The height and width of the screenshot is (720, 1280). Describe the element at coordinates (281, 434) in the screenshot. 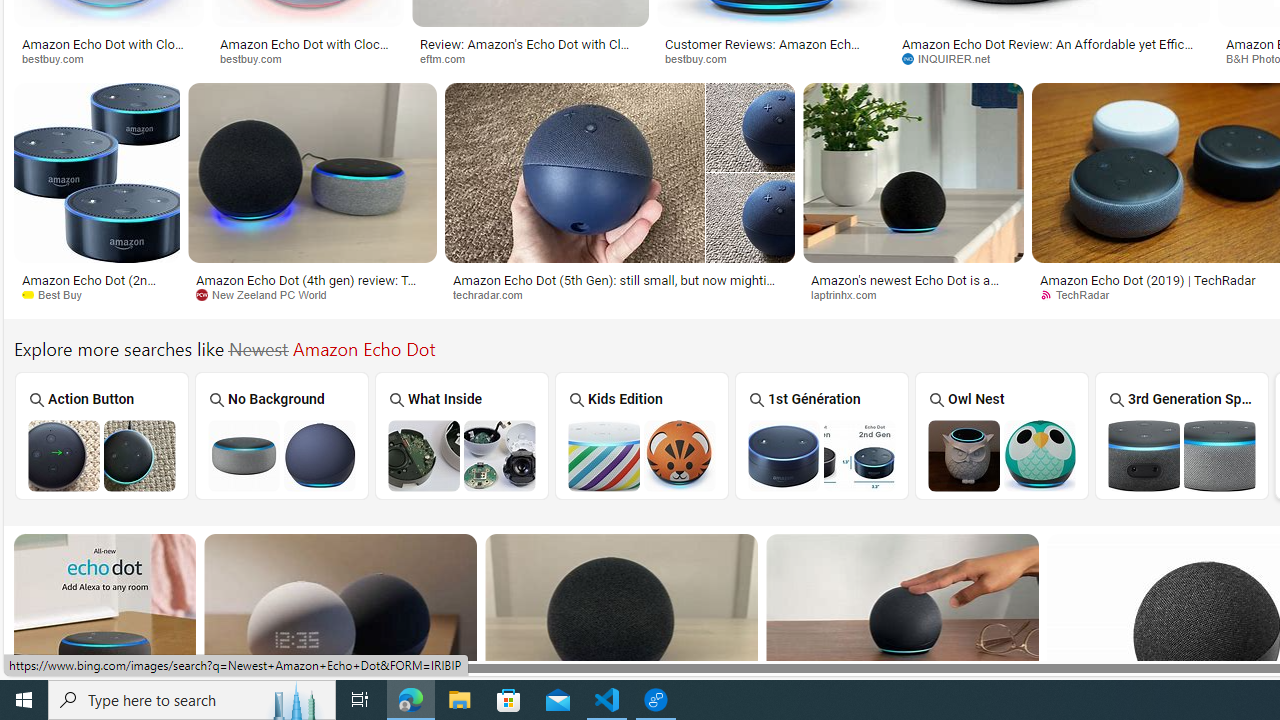

I see `'No Background'` at that location.